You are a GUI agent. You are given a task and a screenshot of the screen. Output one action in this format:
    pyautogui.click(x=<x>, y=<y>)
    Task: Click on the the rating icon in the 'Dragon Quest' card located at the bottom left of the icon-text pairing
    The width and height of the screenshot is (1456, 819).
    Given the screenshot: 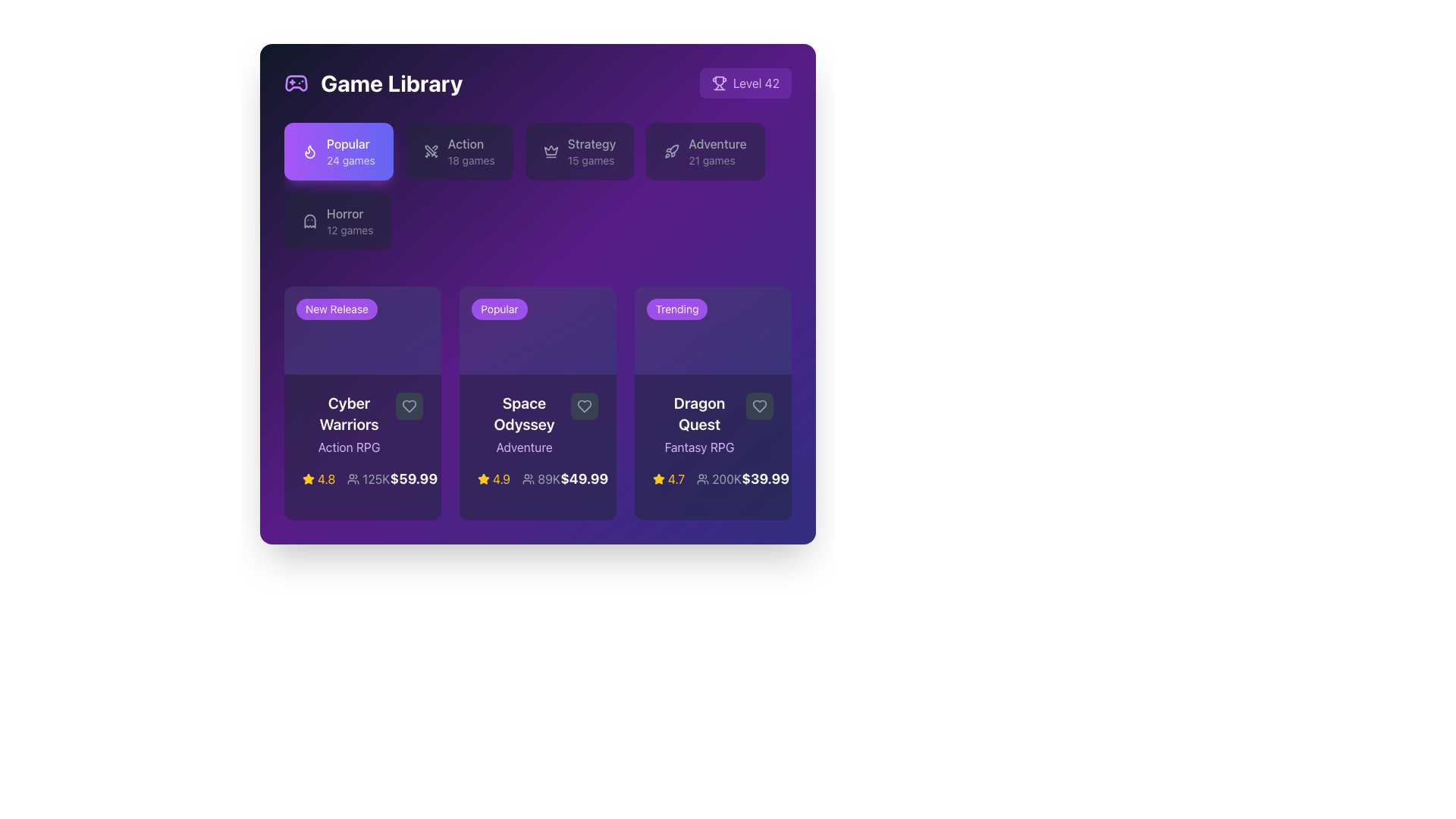 What is the action you would take?
    pyautogui.click(x=668, y=479)
    